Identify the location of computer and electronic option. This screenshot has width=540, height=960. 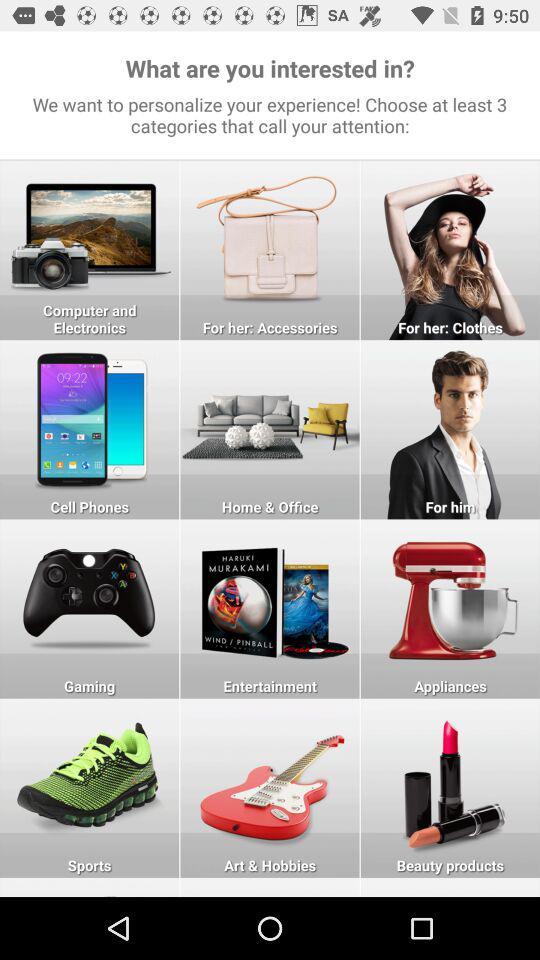
(88, 249).